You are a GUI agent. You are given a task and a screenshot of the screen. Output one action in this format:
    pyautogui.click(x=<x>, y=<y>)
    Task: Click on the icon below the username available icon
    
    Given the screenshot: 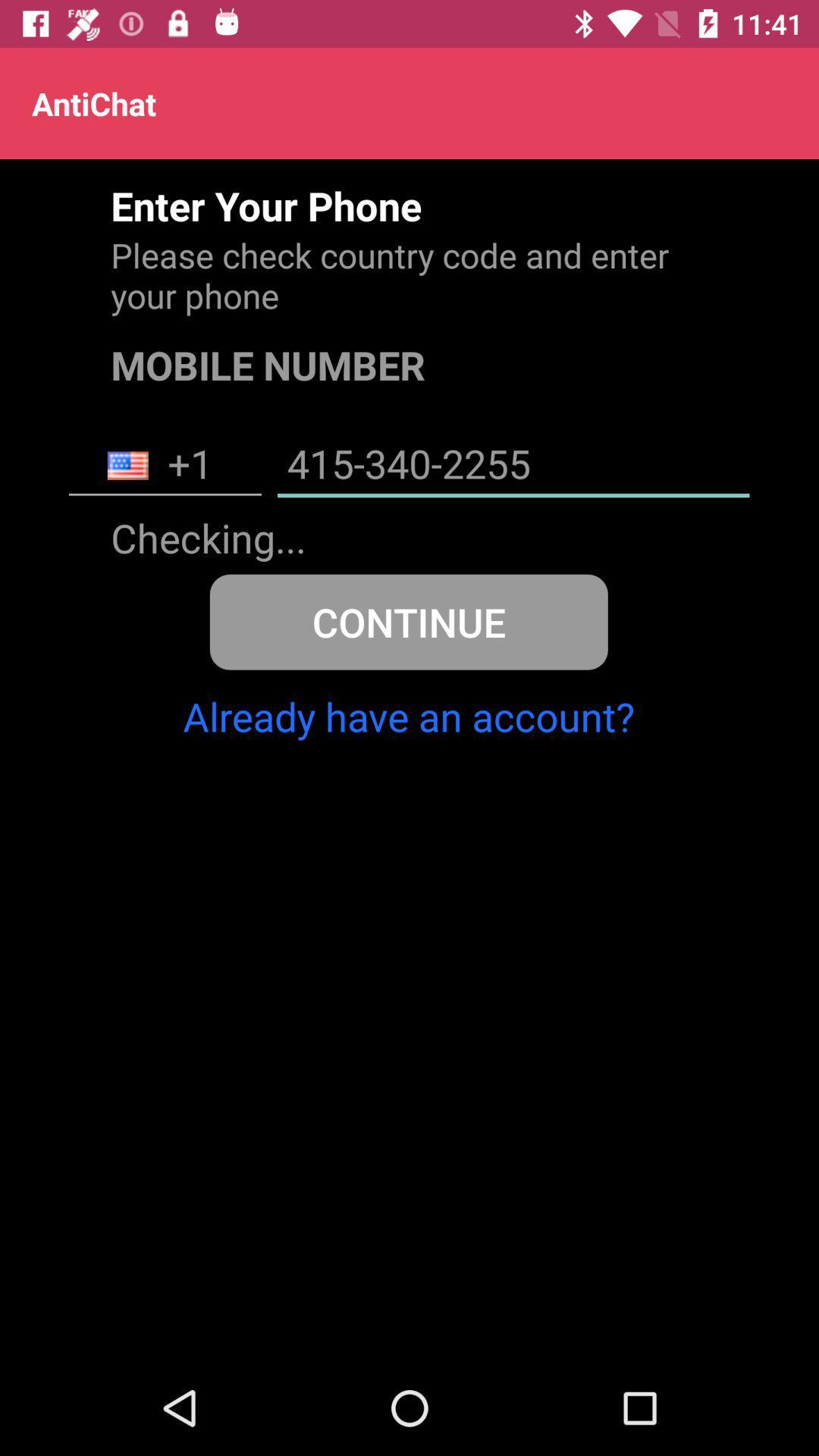 What is the action you would take?
    pyautogui.click(x=408, y=622)
    